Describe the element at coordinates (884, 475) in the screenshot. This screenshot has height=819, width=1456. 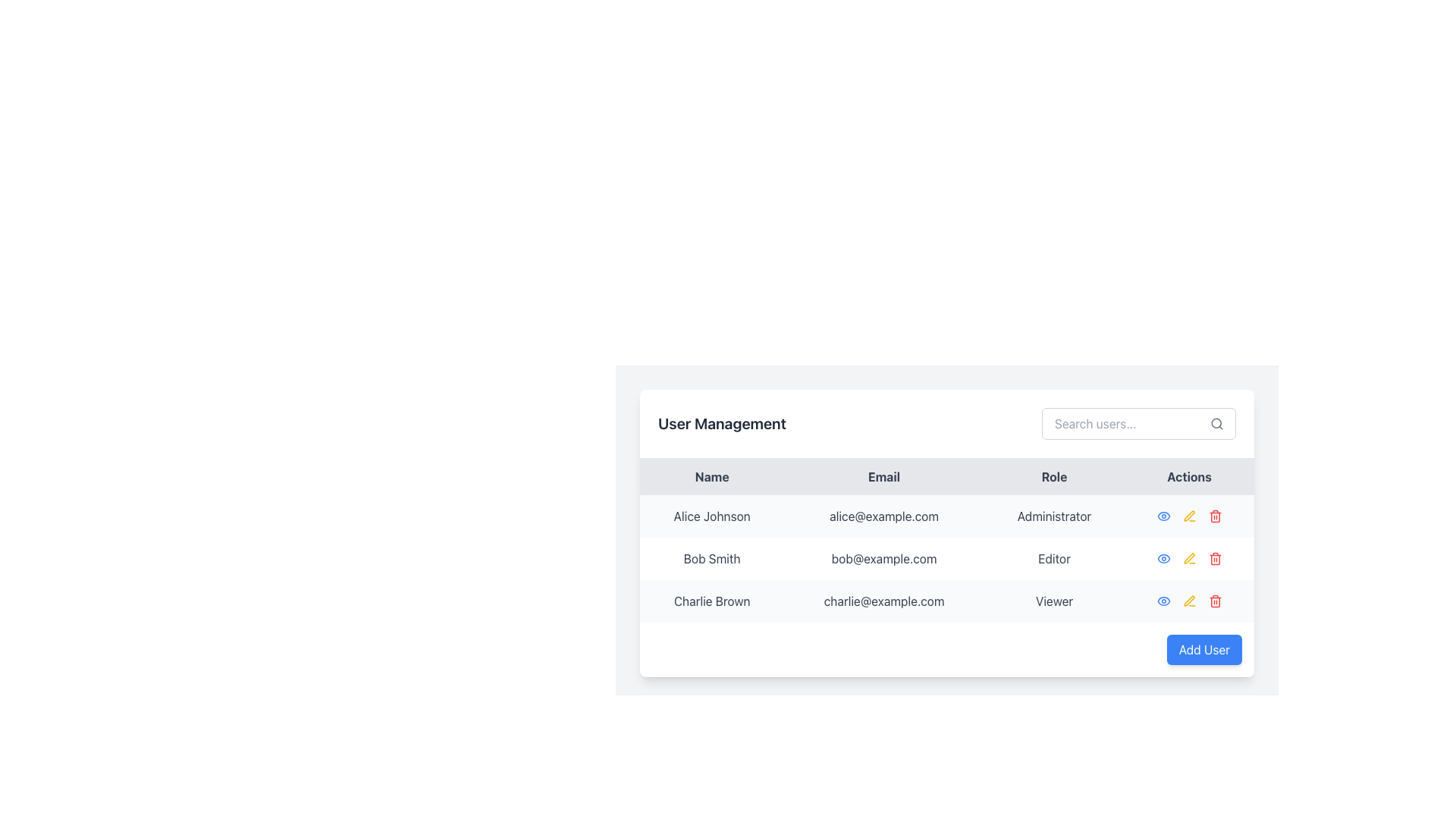
I see `the 'Email' table header, which is a bold dark text label on a light gray background, centrally aligned between the 'Name' and 'Role' headers in the table` at that location.